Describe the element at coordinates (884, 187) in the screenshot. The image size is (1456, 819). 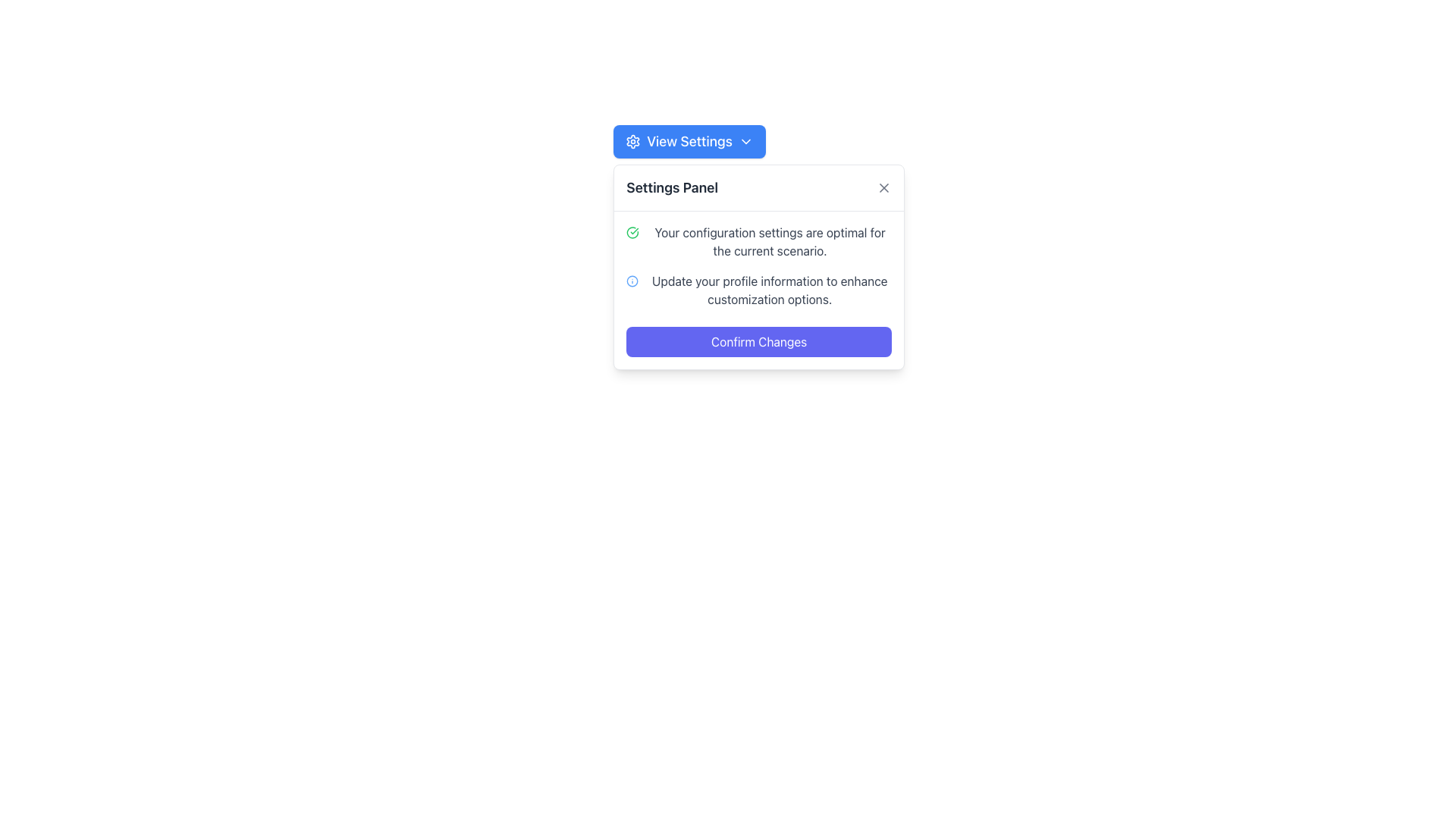
I see `the 'Close' or 'Dismiss' button located in the top-right corner of the 'Settings Panel' and press Enter to activate it` at that location.